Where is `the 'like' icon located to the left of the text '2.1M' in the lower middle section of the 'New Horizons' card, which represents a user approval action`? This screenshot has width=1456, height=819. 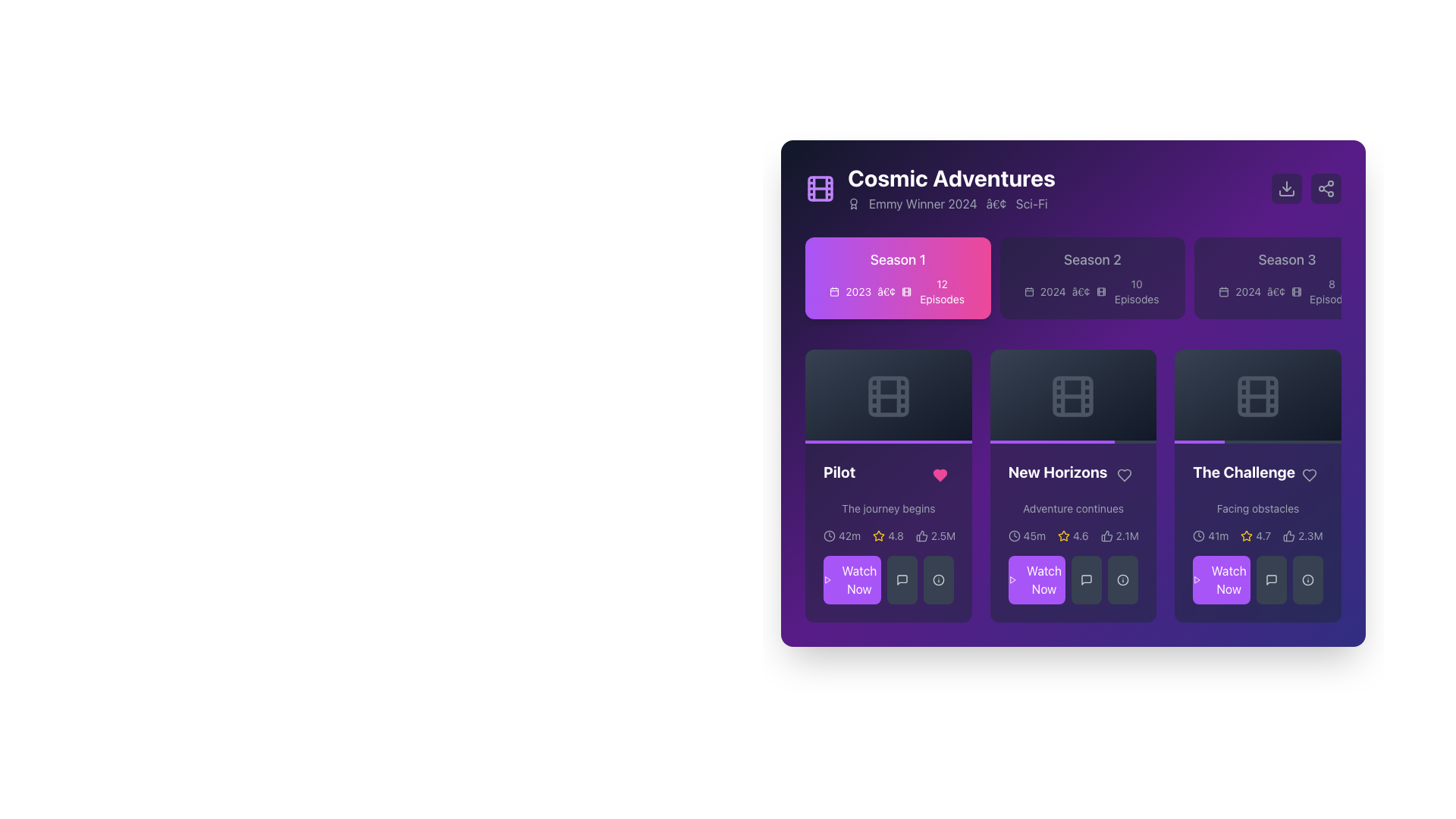
the 'like' icon located to the left of the text '2.1M' in the lower middle section of the 'New Horizons' card, which represents a user approval action is located at coordinates (1106, 535).